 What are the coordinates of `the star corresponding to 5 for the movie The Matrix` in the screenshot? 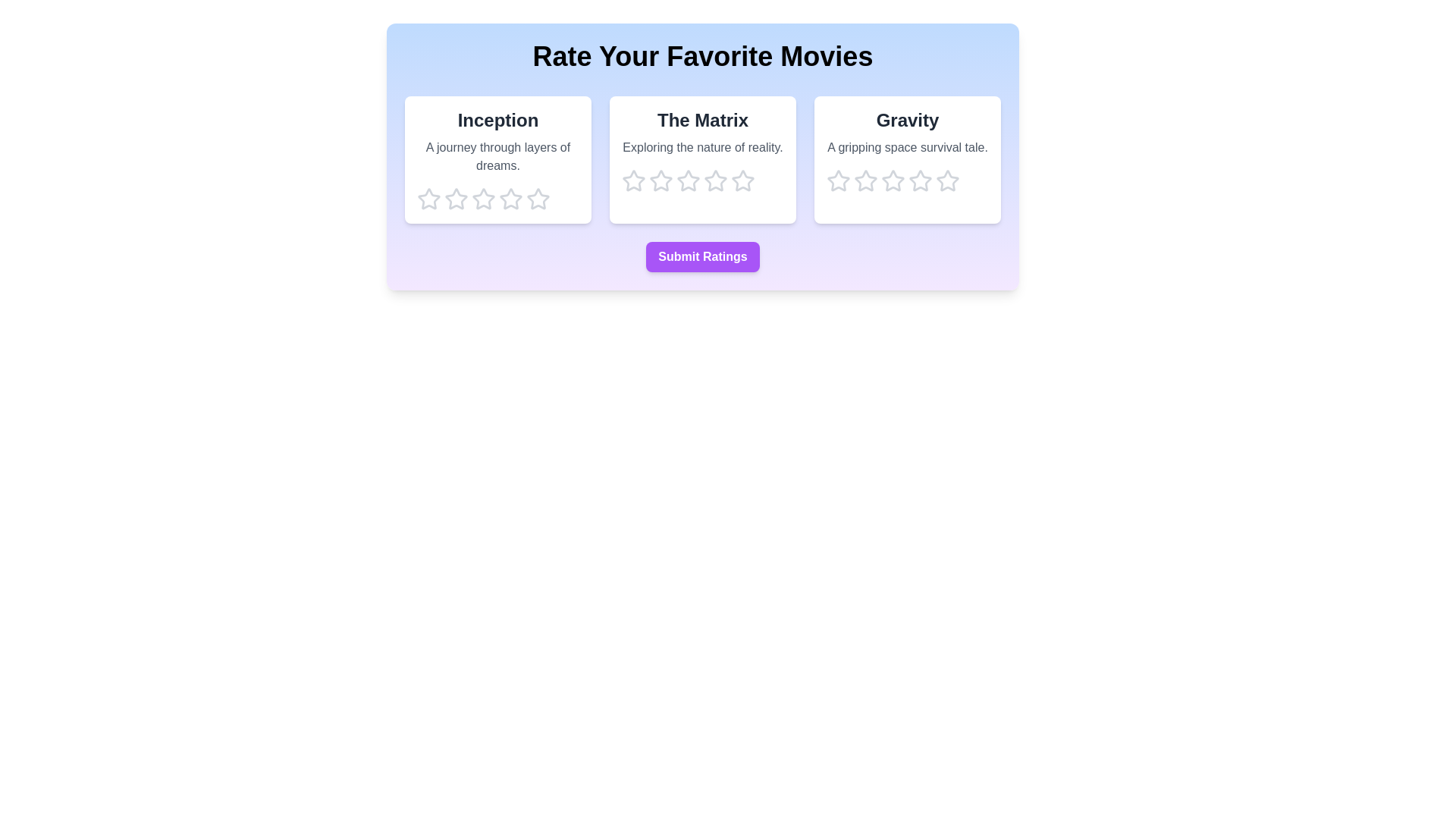 It's located at (742, 180).